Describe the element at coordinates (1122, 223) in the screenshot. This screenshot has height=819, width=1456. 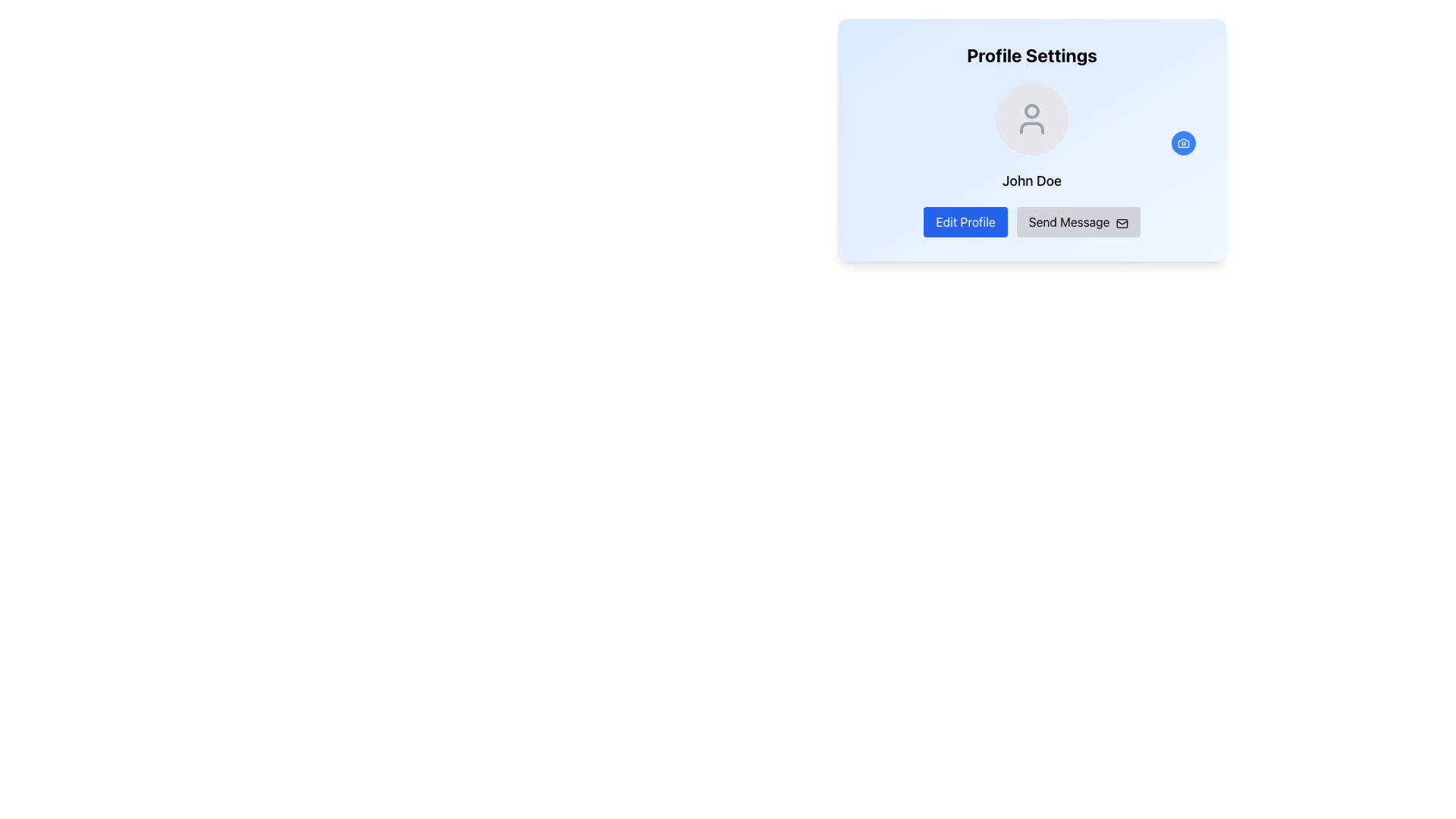
I see `the envelope-shaped icon located immediately to the right of the 'Send Message' button in the 'Profile Settings' section` at that location.